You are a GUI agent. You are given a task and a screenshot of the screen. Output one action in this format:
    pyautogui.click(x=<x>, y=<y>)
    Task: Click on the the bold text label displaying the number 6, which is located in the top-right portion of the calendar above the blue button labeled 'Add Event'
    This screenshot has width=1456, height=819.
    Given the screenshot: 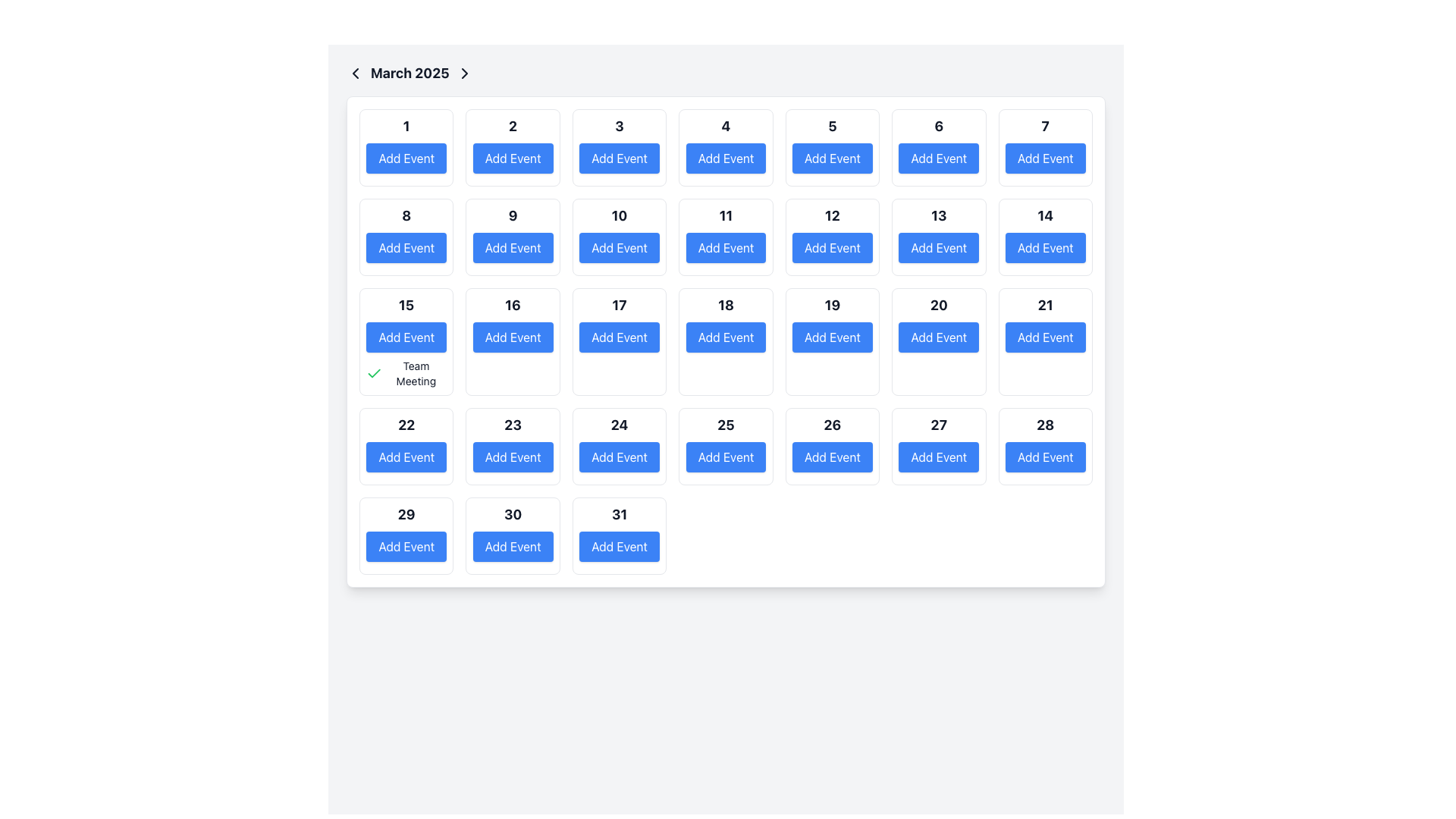 What is the action you would take?
    pyautogui.click(x=938, y=125)
    